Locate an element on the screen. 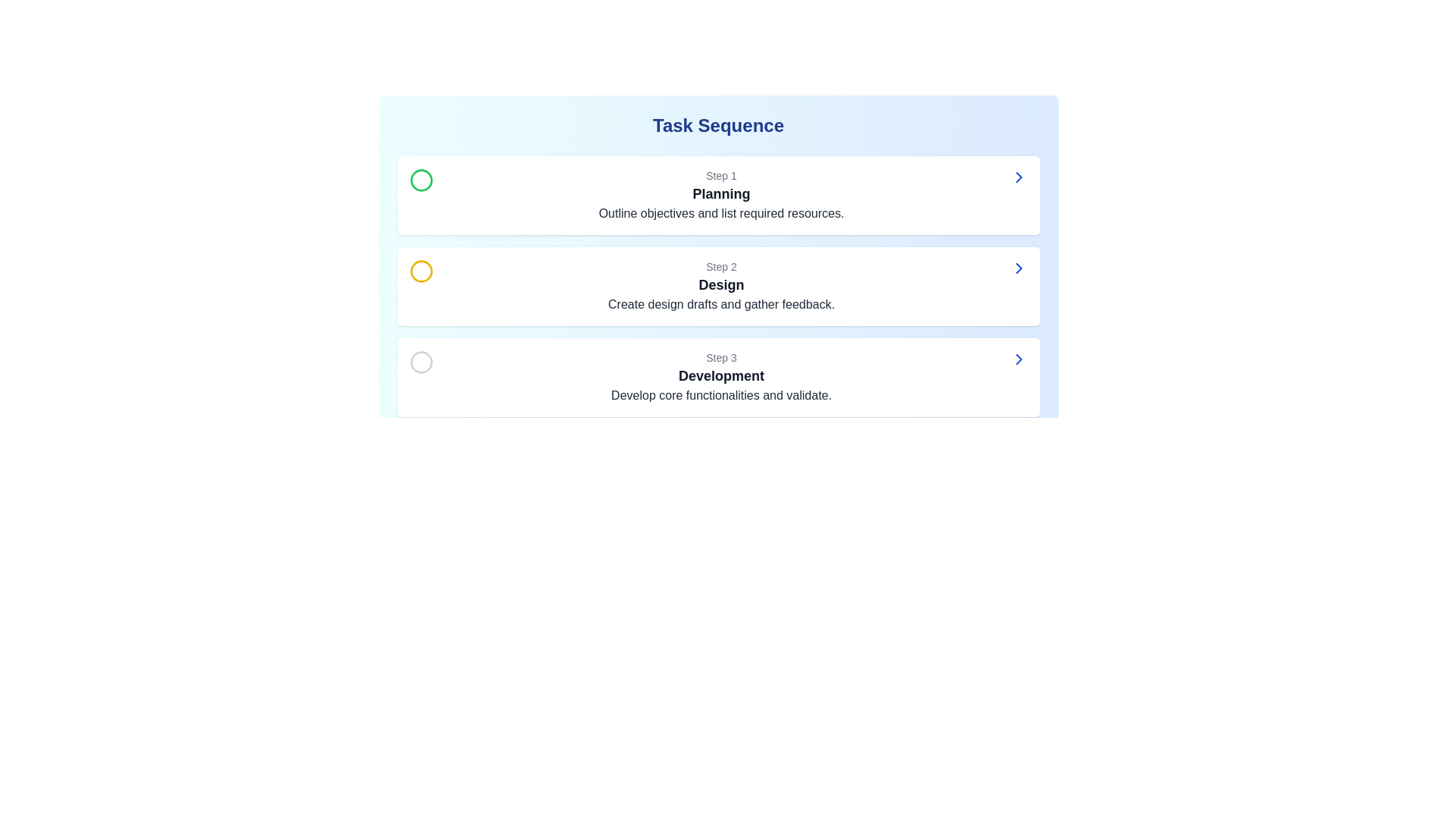 The width and height of the screenshot is (1456, 819). the 'Step 2' label, which is styled in a small gray font and located above the 'Design' heading is located at coordinates (720, 265).